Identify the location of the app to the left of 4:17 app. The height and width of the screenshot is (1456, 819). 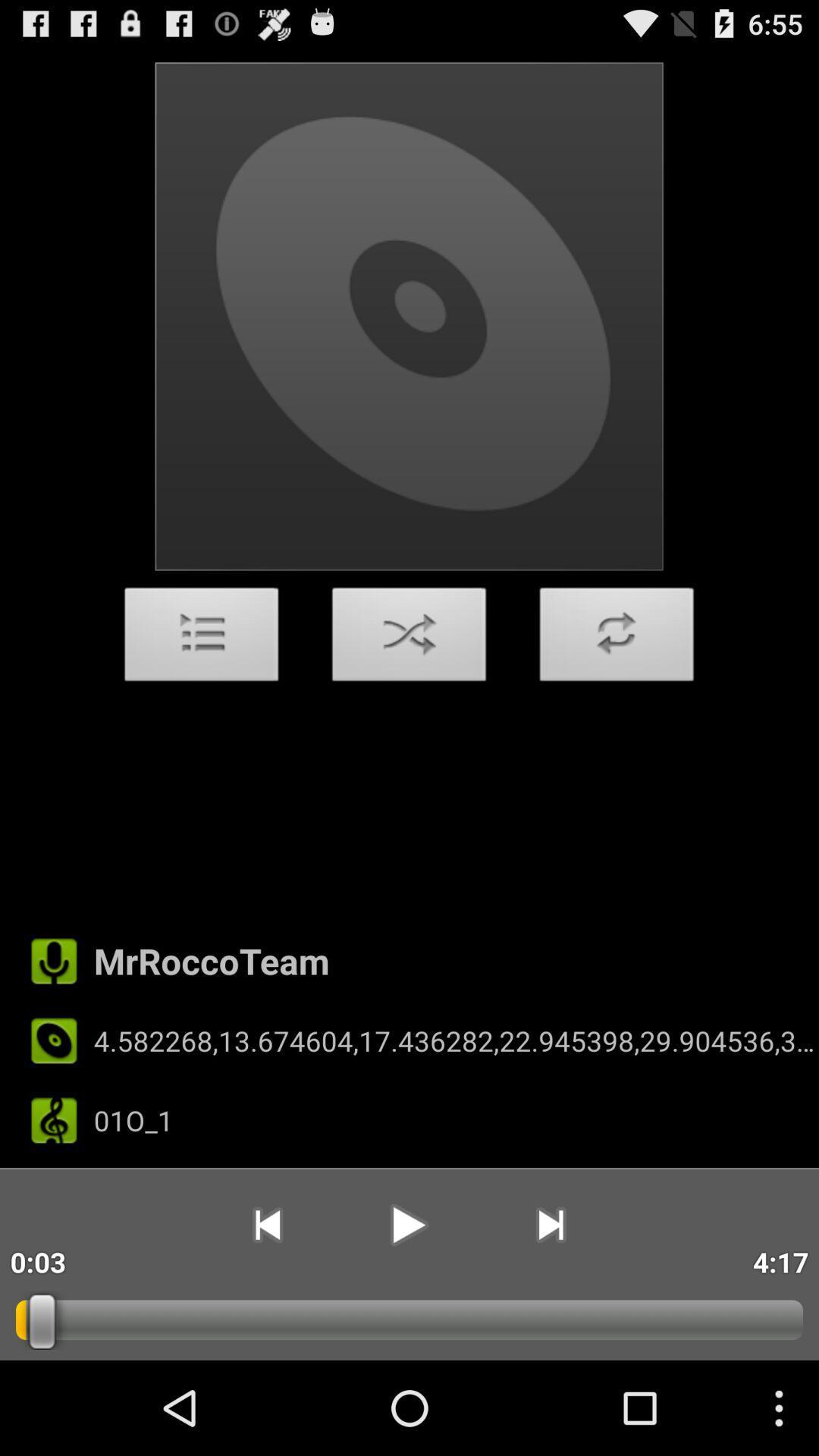
(551, 1225).